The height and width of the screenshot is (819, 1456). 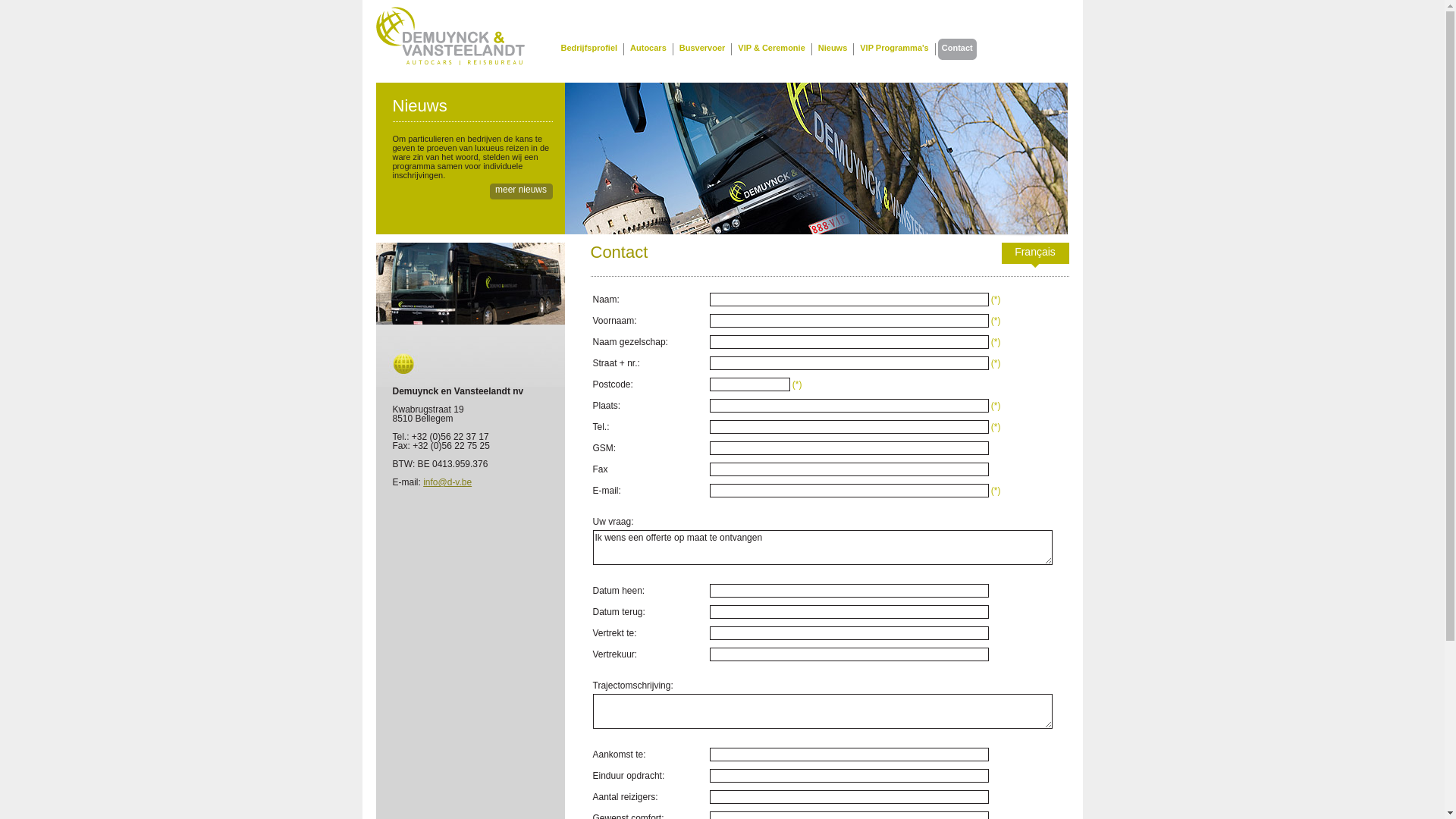 I want to click on 'VIP & Ceremonie', so click(x=771, y=49).